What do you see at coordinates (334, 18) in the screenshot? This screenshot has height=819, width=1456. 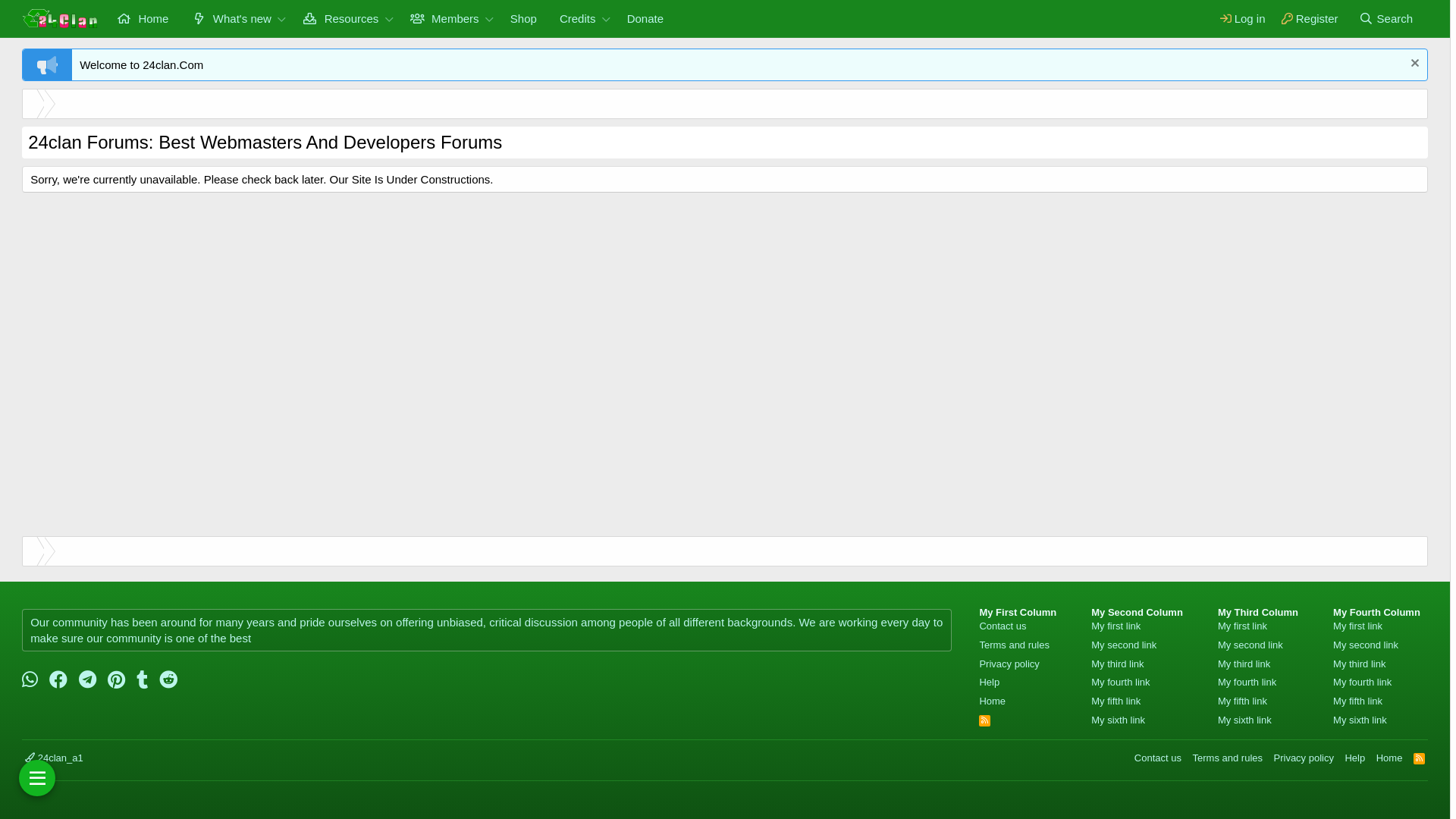 I see `'Resources'` at bounding box center [334, 18].